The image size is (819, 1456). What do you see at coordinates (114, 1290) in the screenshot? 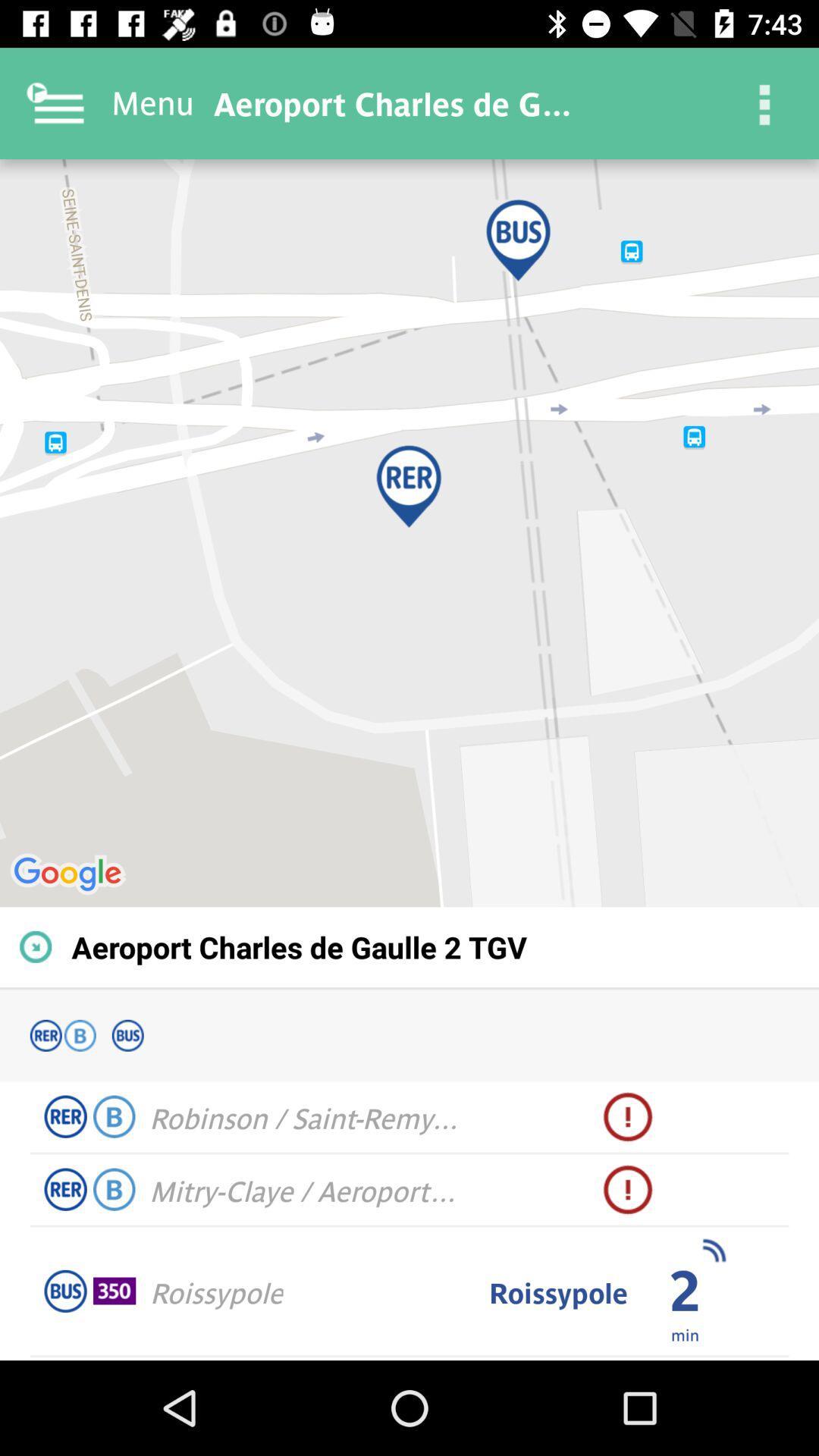
I see `item to the left of roissypole item` at bounding box center [114, 1290].